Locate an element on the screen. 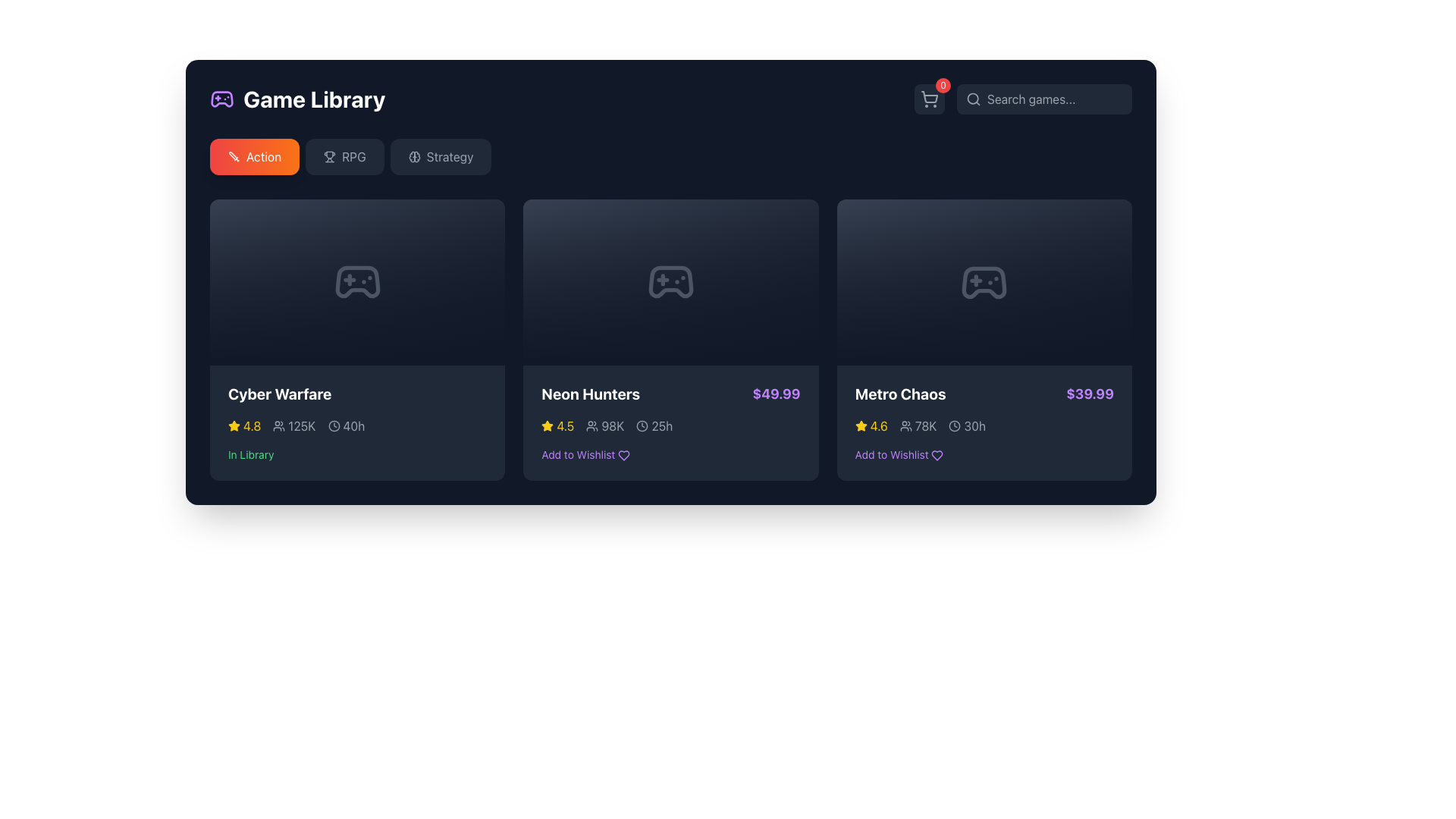  text label displaying '78K' in light gray color, located next to a user icon within the 'Metro Chaos' card is located at coordinates (925, 426).